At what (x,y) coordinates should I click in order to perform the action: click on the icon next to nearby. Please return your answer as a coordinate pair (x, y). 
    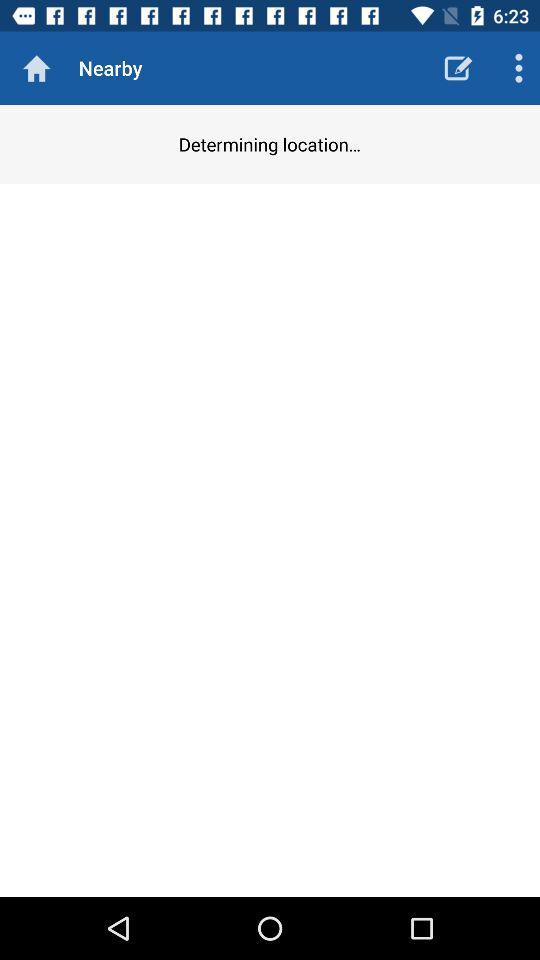
    Looking at the image, I should click on (36, 68).